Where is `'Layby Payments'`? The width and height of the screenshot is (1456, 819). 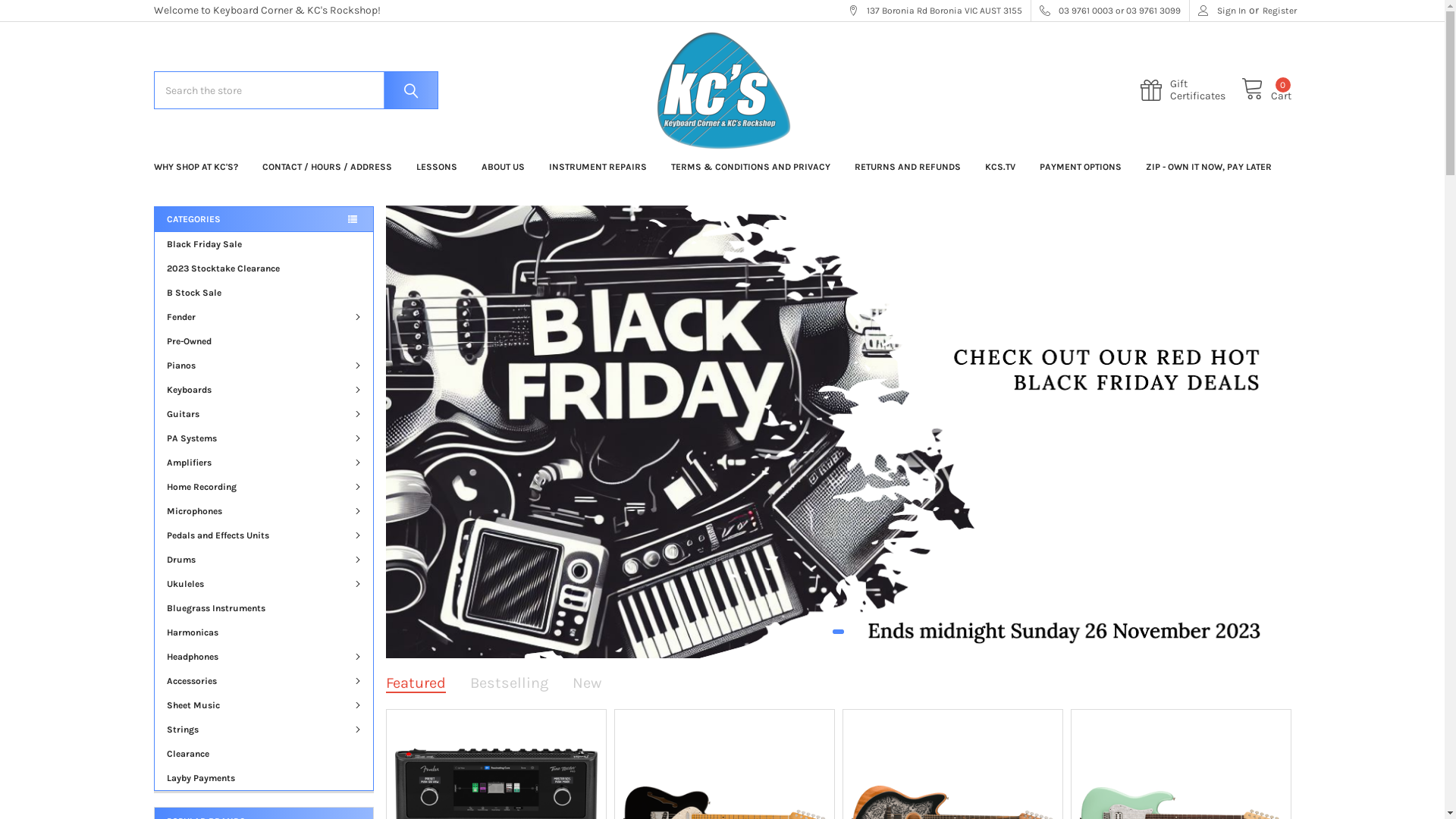
'Layby Payments' is located at coordinates (263, 778).